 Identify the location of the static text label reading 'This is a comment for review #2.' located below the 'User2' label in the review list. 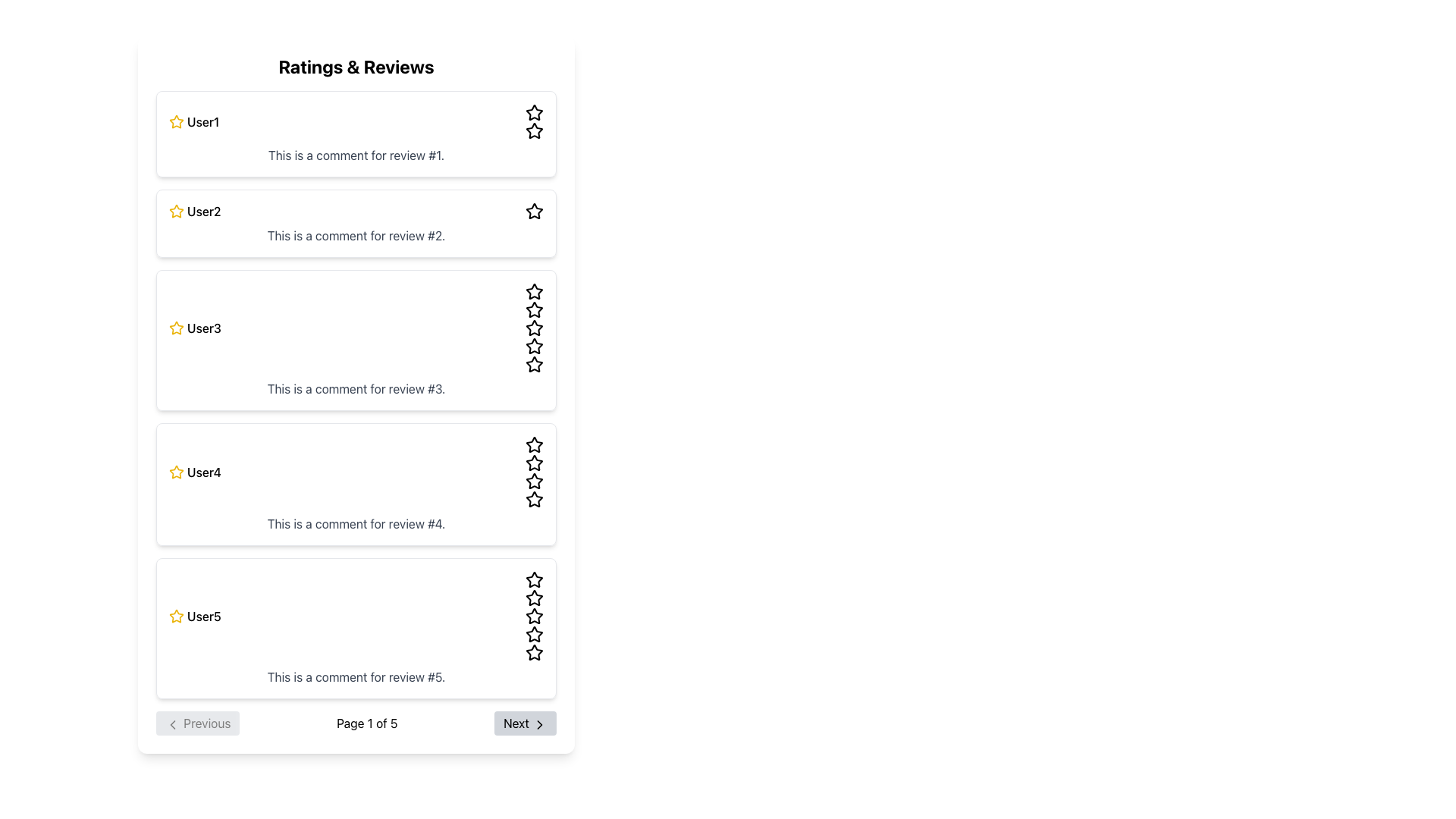
(356, 236).